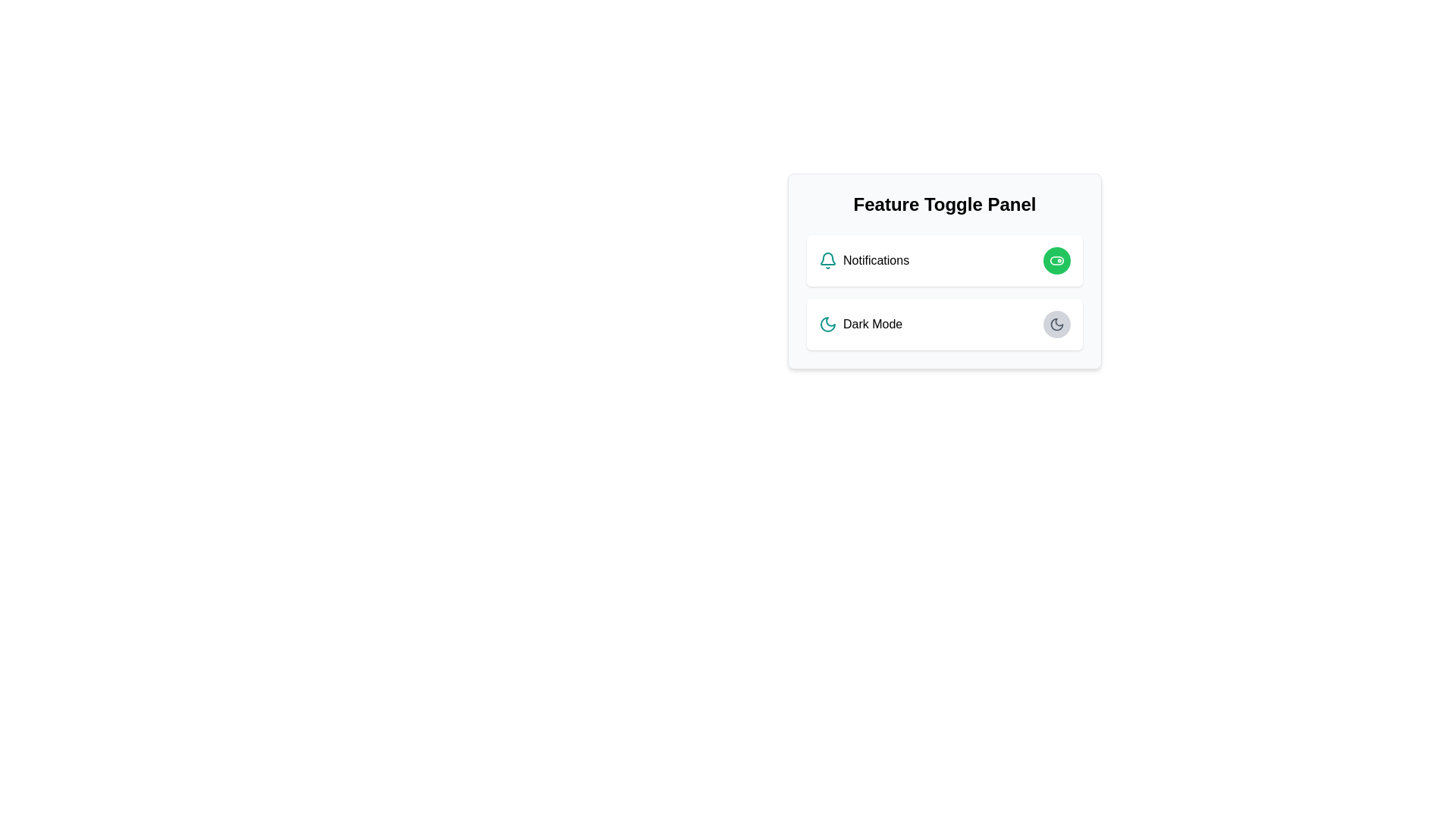 This screenshot has height=819, width=1456. What do you see at coordinates (827, 258) in the screenshot?
I see `the bell icon with a teal-colored outline in the Notifications section` at bounding box center [827, 258].